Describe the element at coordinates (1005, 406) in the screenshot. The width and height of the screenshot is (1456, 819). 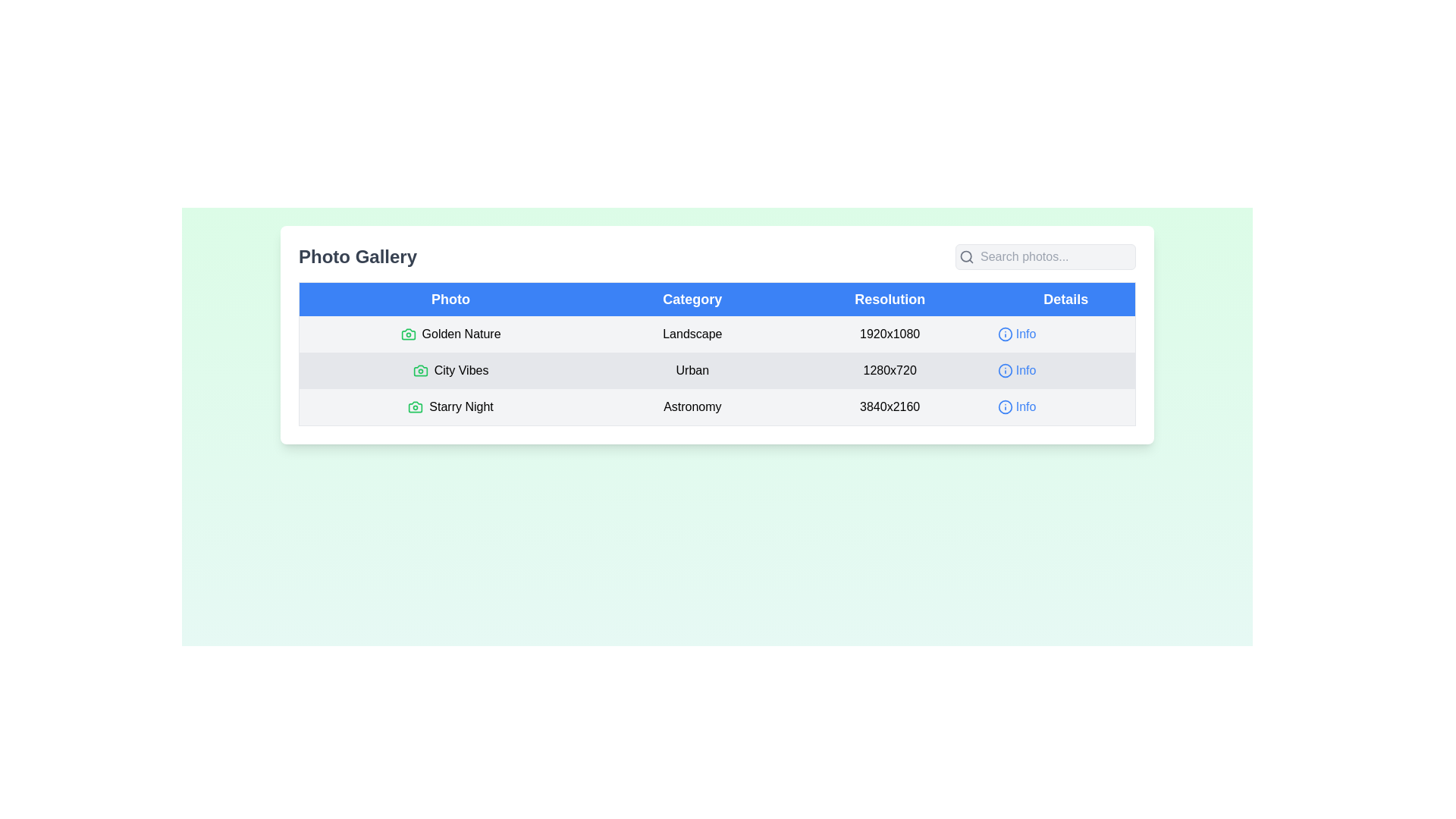
I see `the 'information' indicator icon located in the last row of the Details column, aligned with the 'Starry Night' entry` at that location.